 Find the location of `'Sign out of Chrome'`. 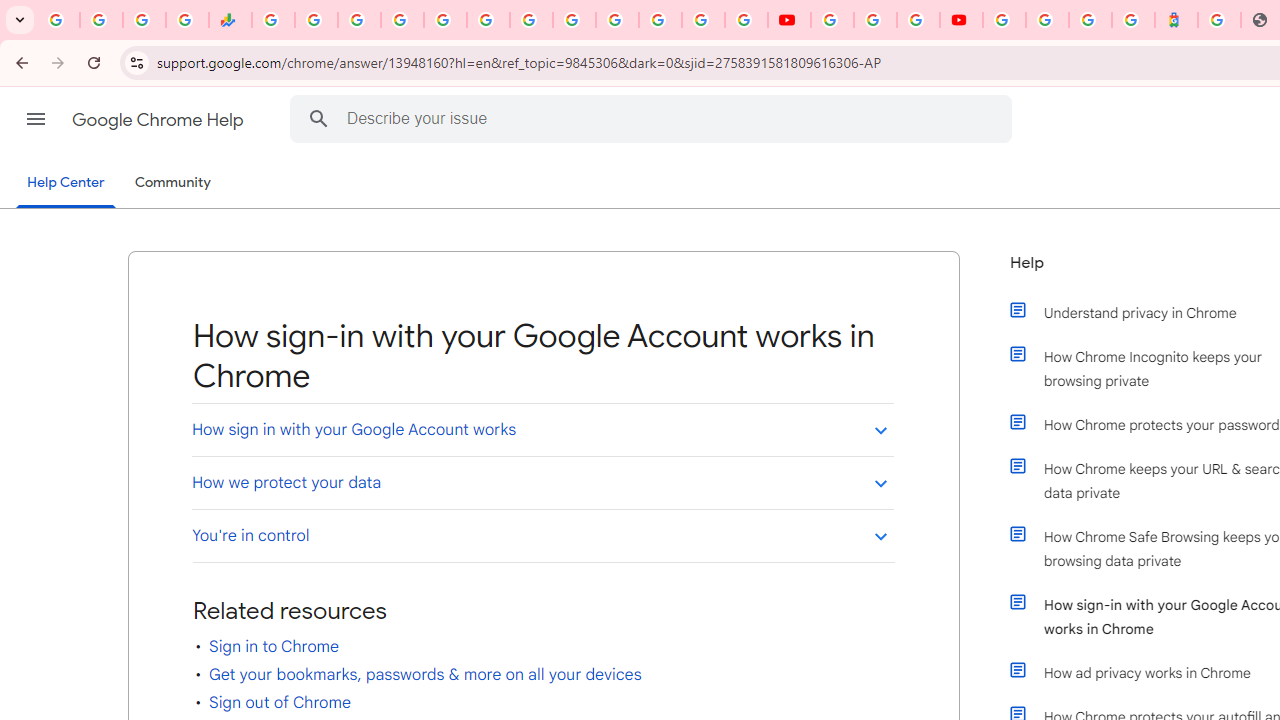

'Sign out of Chrome' is located at coordinates (278, 701).